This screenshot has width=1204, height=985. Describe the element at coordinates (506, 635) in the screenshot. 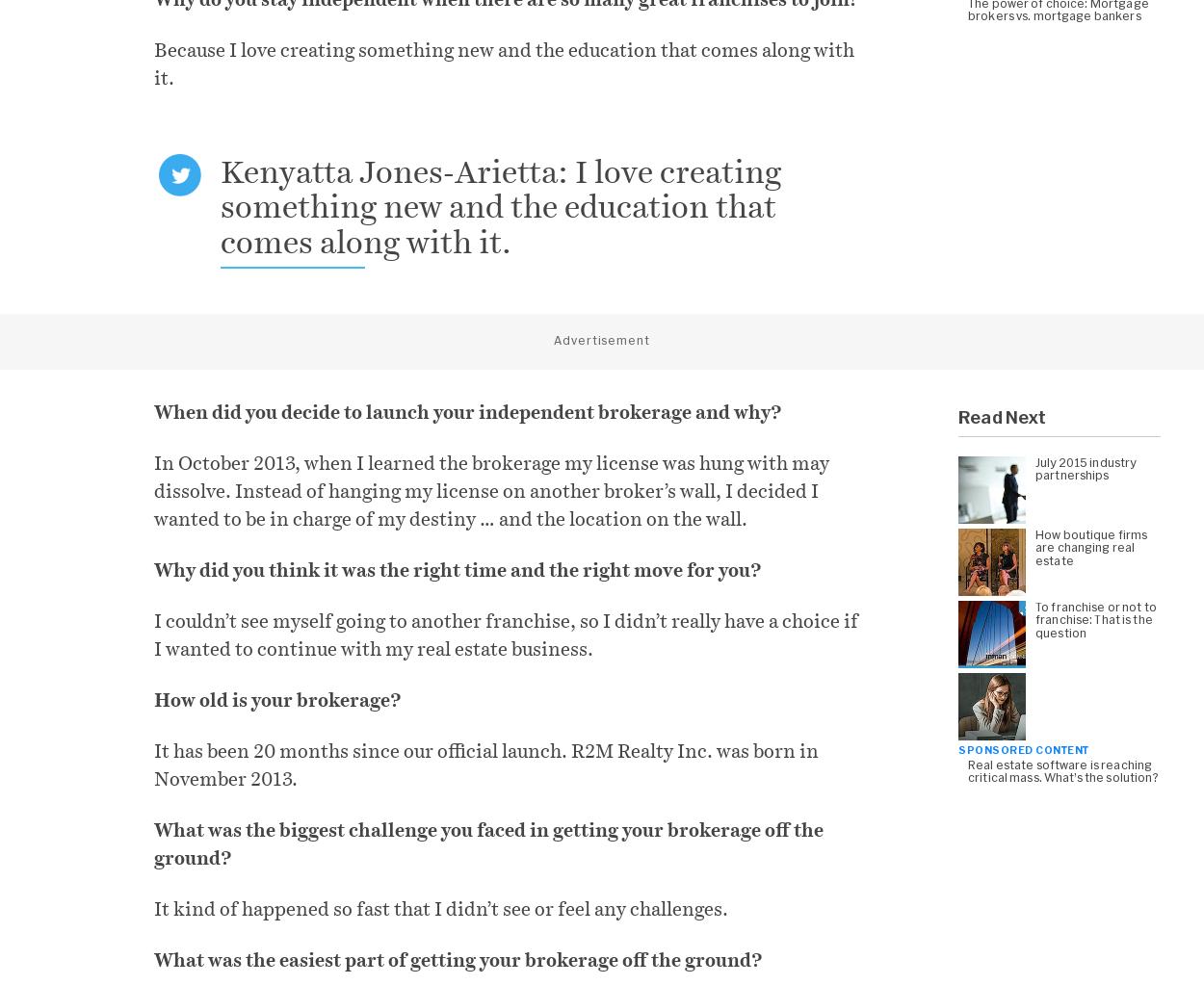

I see `'I couldn’t see myself going to another franchise, so I didn’t really have a choice if I wanted to continue with my real estate business.'` at that location.